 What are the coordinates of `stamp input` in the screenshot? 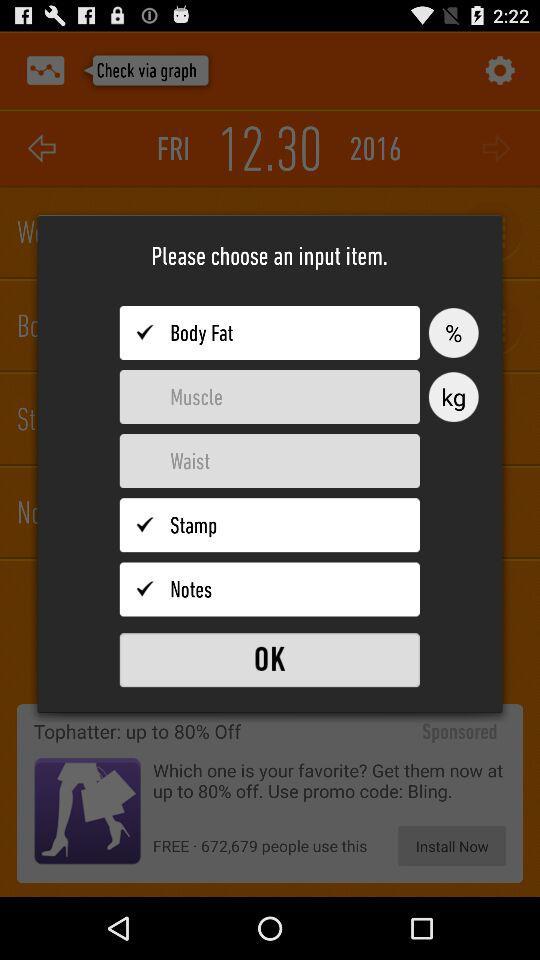 It's located at (269, 524).